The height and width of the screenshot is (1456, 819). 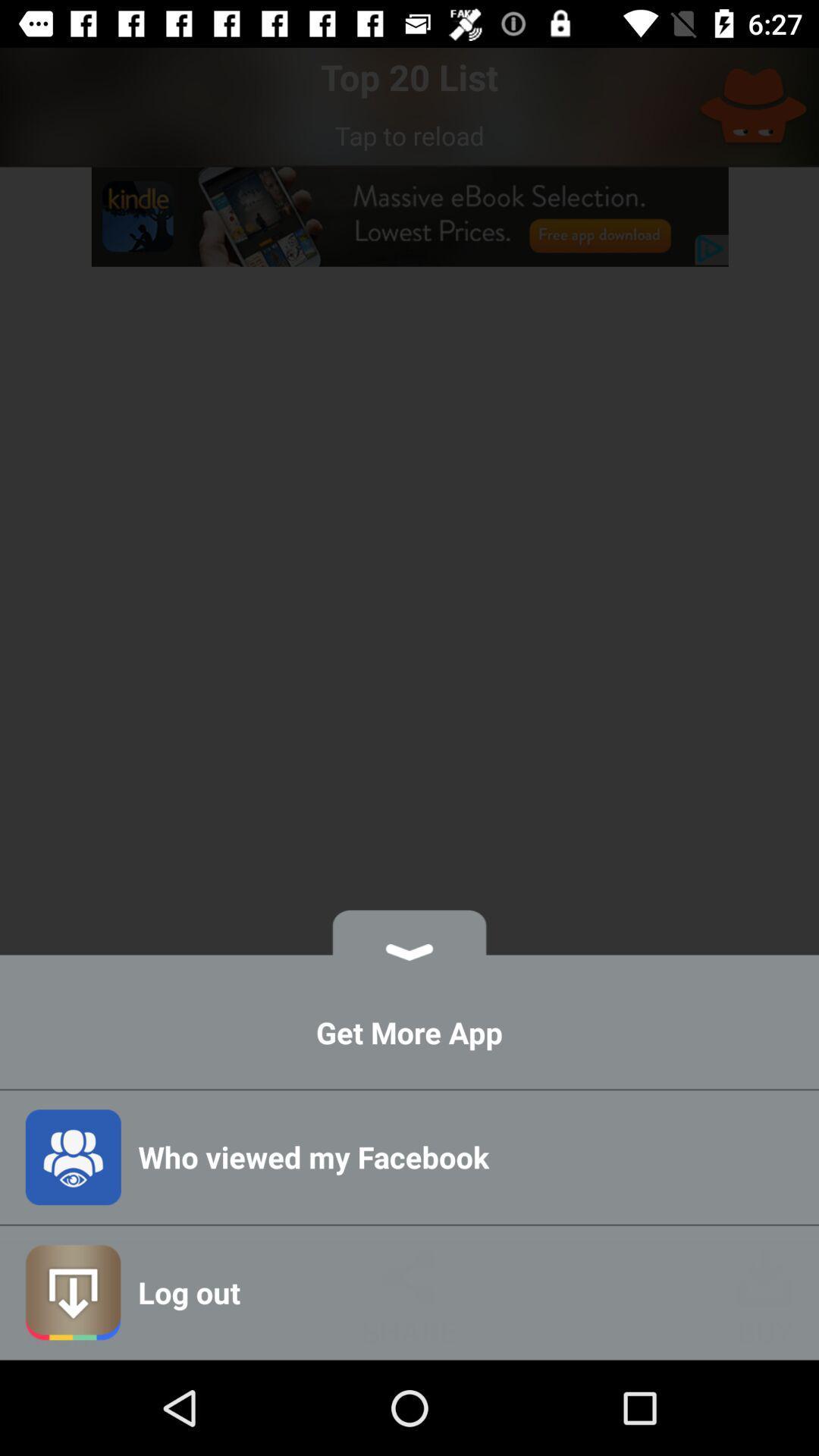 I want to click on tap to reload item, so click(x=409, y=135).